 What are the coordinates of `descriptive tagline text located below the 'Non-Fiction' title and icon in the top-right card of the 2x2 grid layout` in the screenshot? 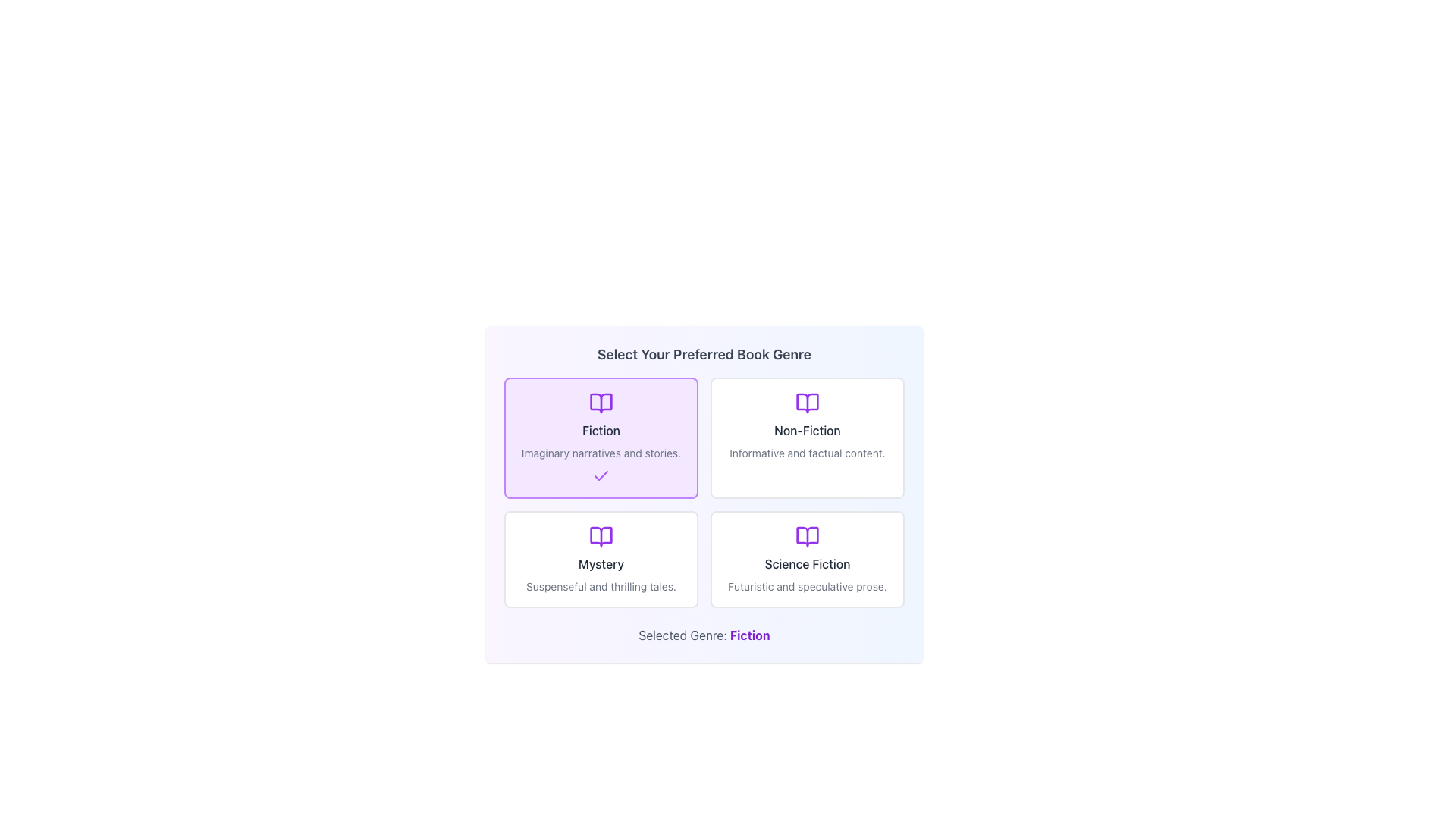 It's located at (807, 452).